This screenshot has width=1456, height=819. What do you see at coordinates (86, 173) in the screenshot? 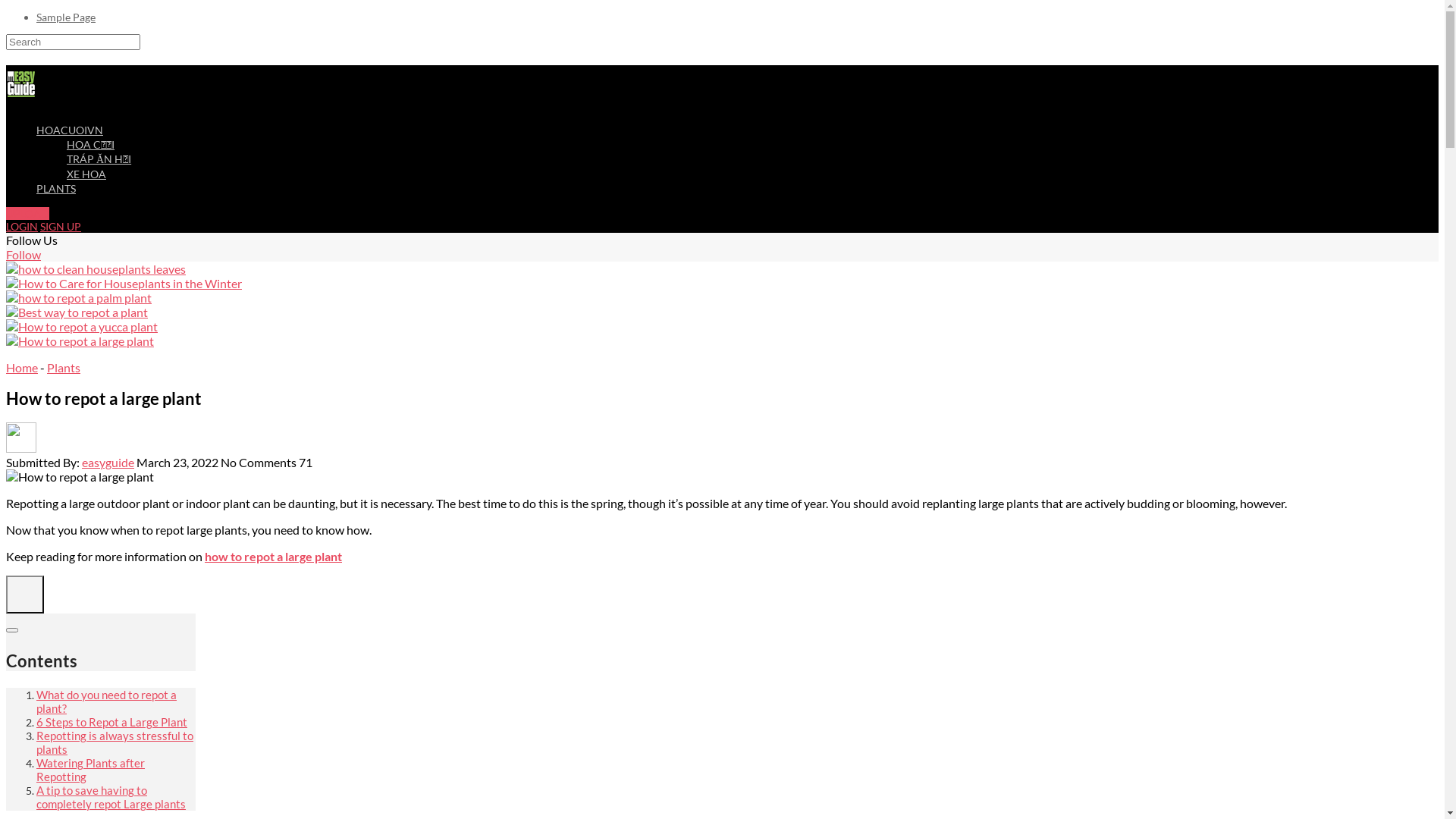
I see `'XE HOA'` at bounding box center [86, 173].